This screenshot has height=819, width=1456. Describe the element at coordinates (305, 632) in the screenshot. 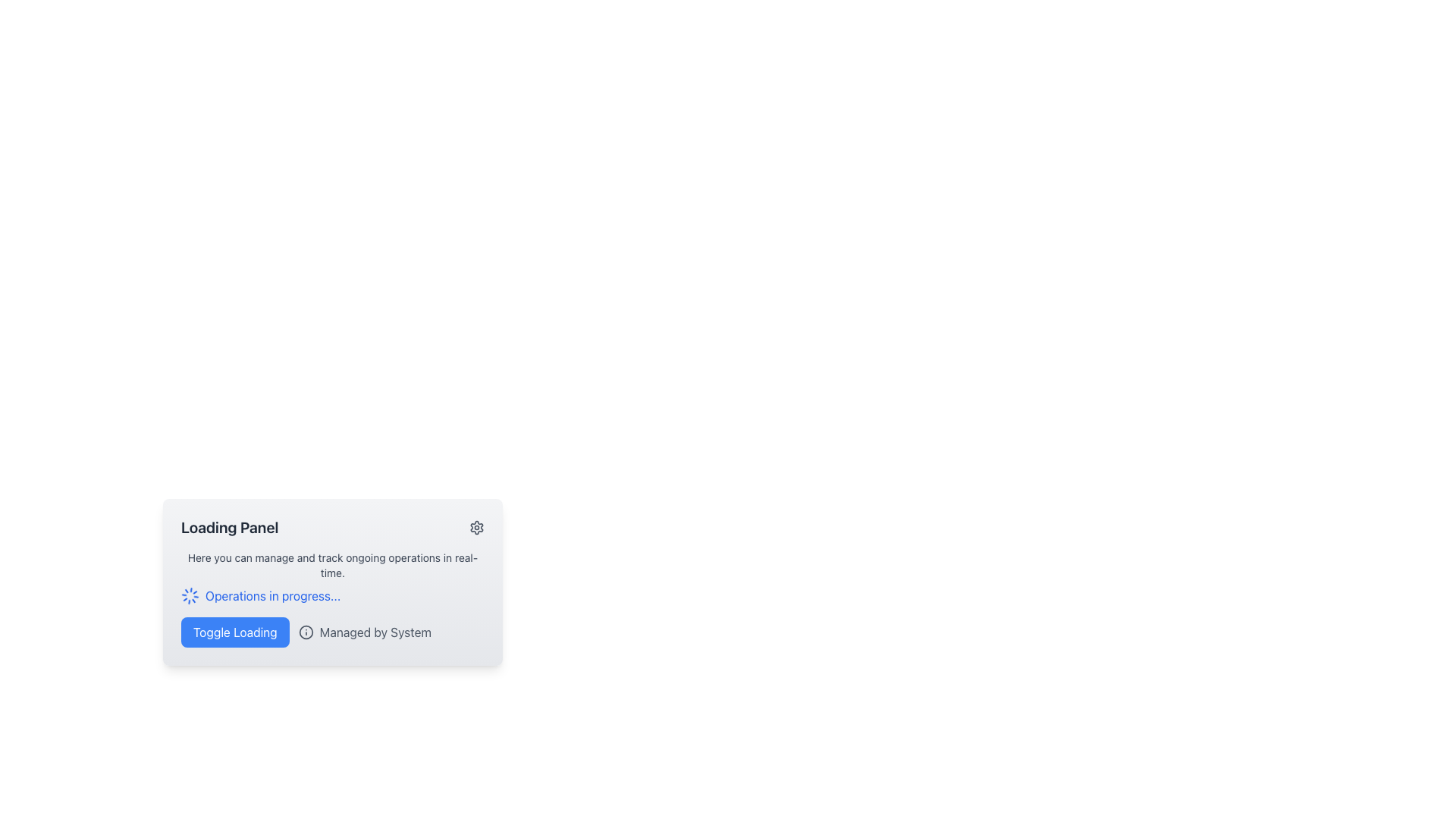

I see `the information icon located to the left of the text 'Managed by System'` at that location.